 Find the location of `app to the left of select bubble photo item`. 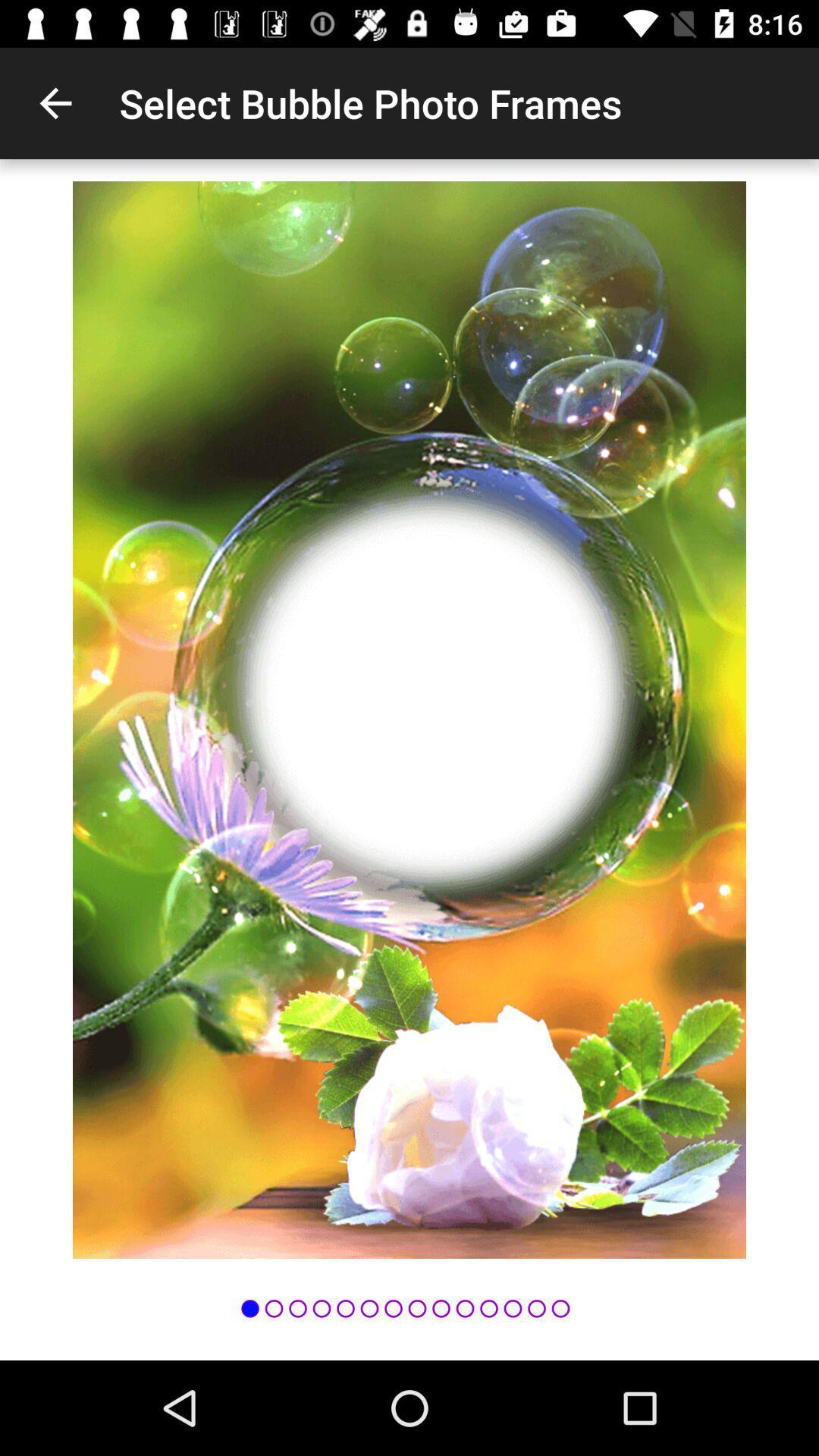

app to the left of select bubble photo item is located at coordinates (55, 102).